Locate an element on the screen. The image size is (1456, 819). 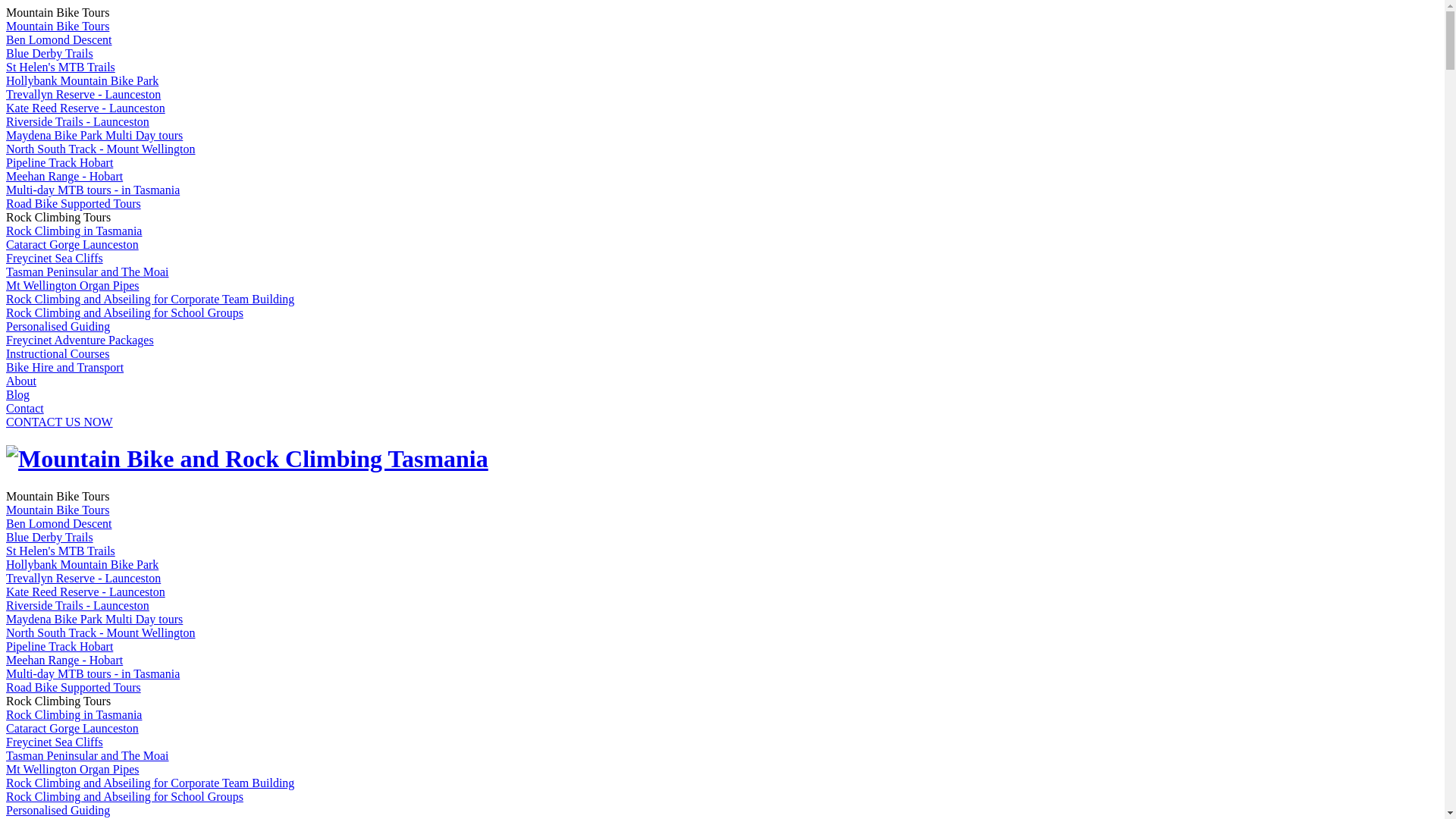
'North South Track - Mount Wellington' is located at coordinates (100, 632).